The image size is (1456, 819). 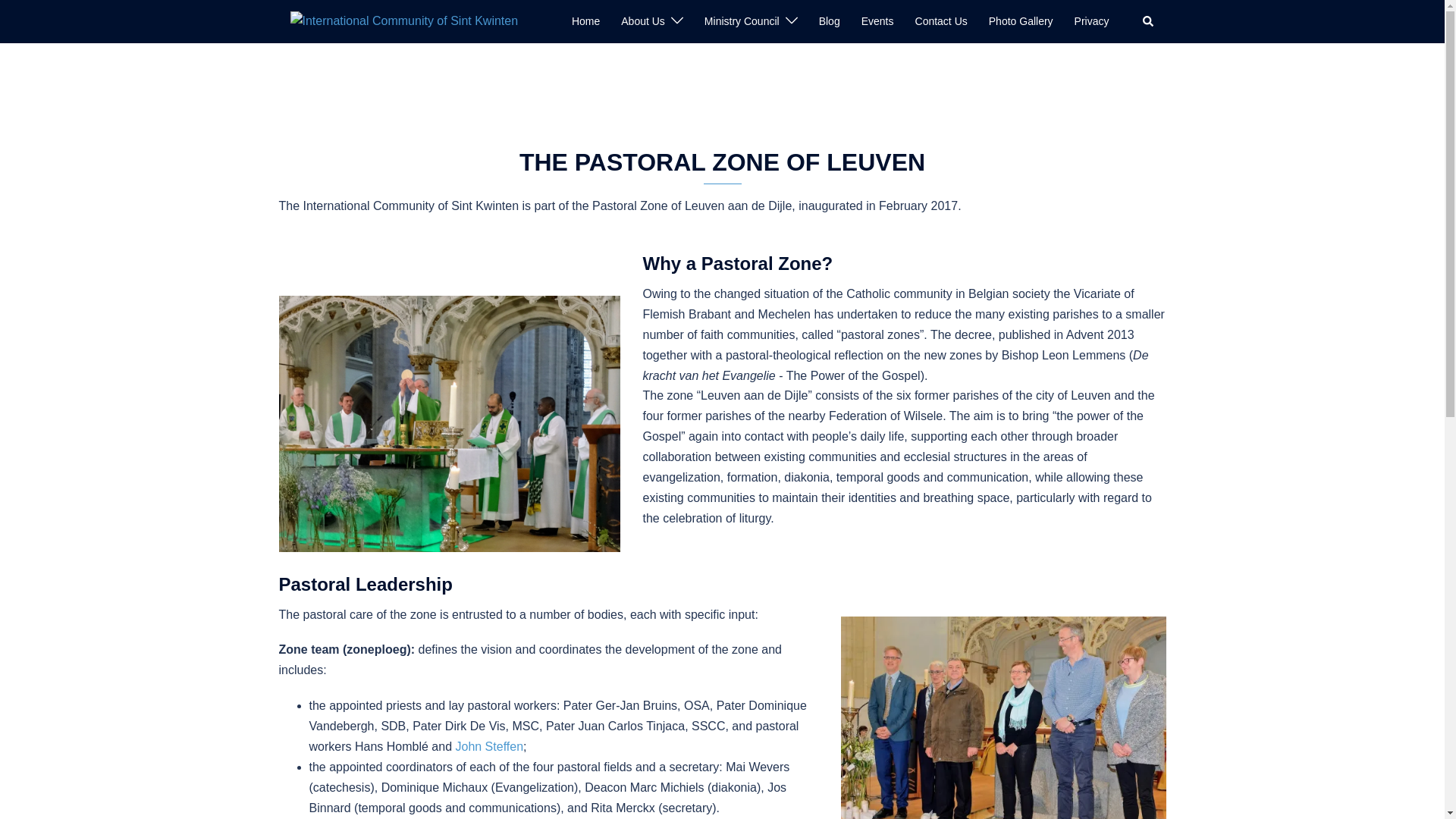 What do you see at coordinates (829, 22) in the screenshot?
I see `'Blog'` at bounding box center [829, 22].